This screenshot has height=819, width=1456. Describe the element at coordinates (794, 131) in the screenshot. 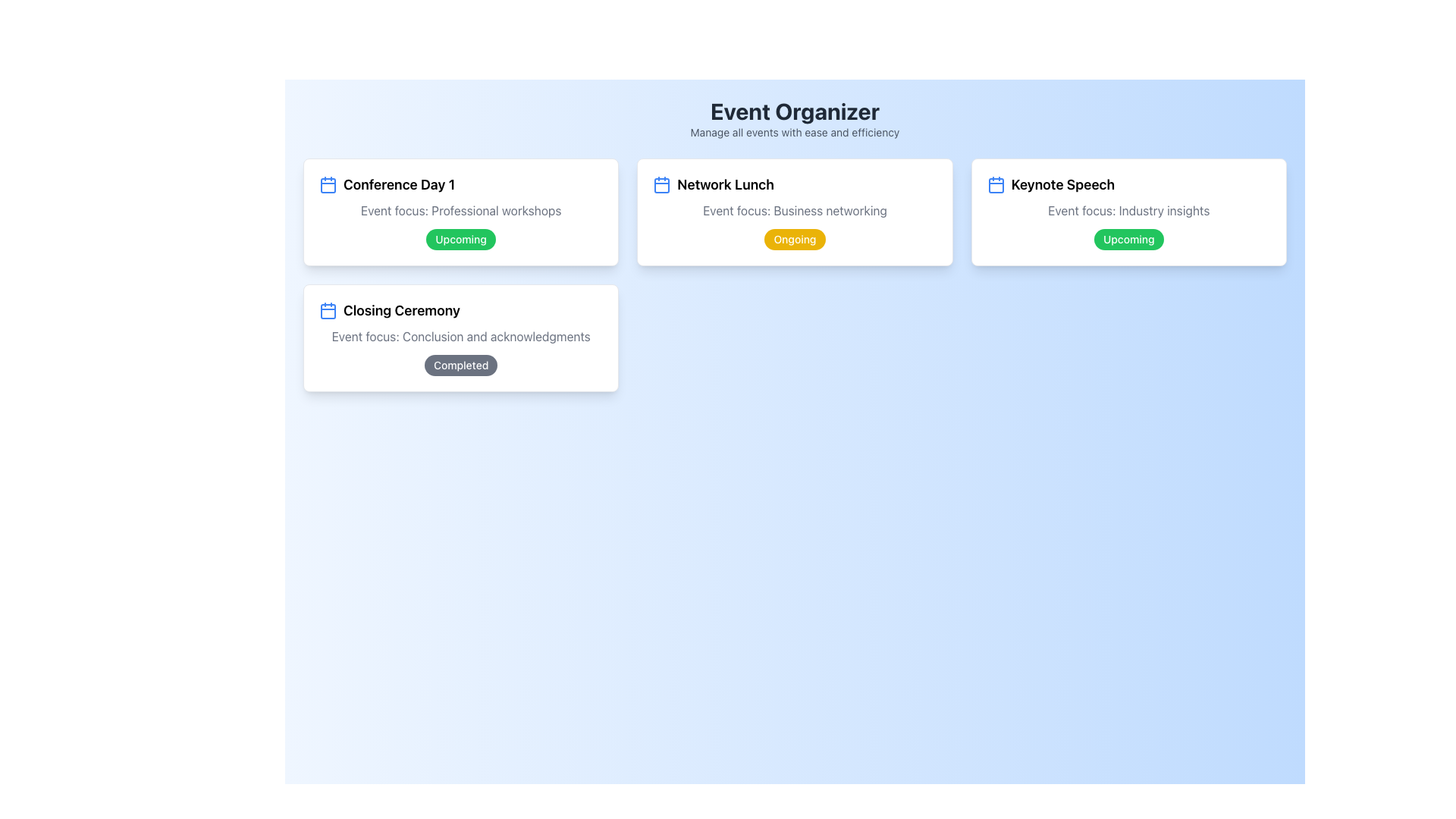

I see `the text that provides additional context about the 'Event Organizer' heading, which is centrally aligned below the title` at that location.